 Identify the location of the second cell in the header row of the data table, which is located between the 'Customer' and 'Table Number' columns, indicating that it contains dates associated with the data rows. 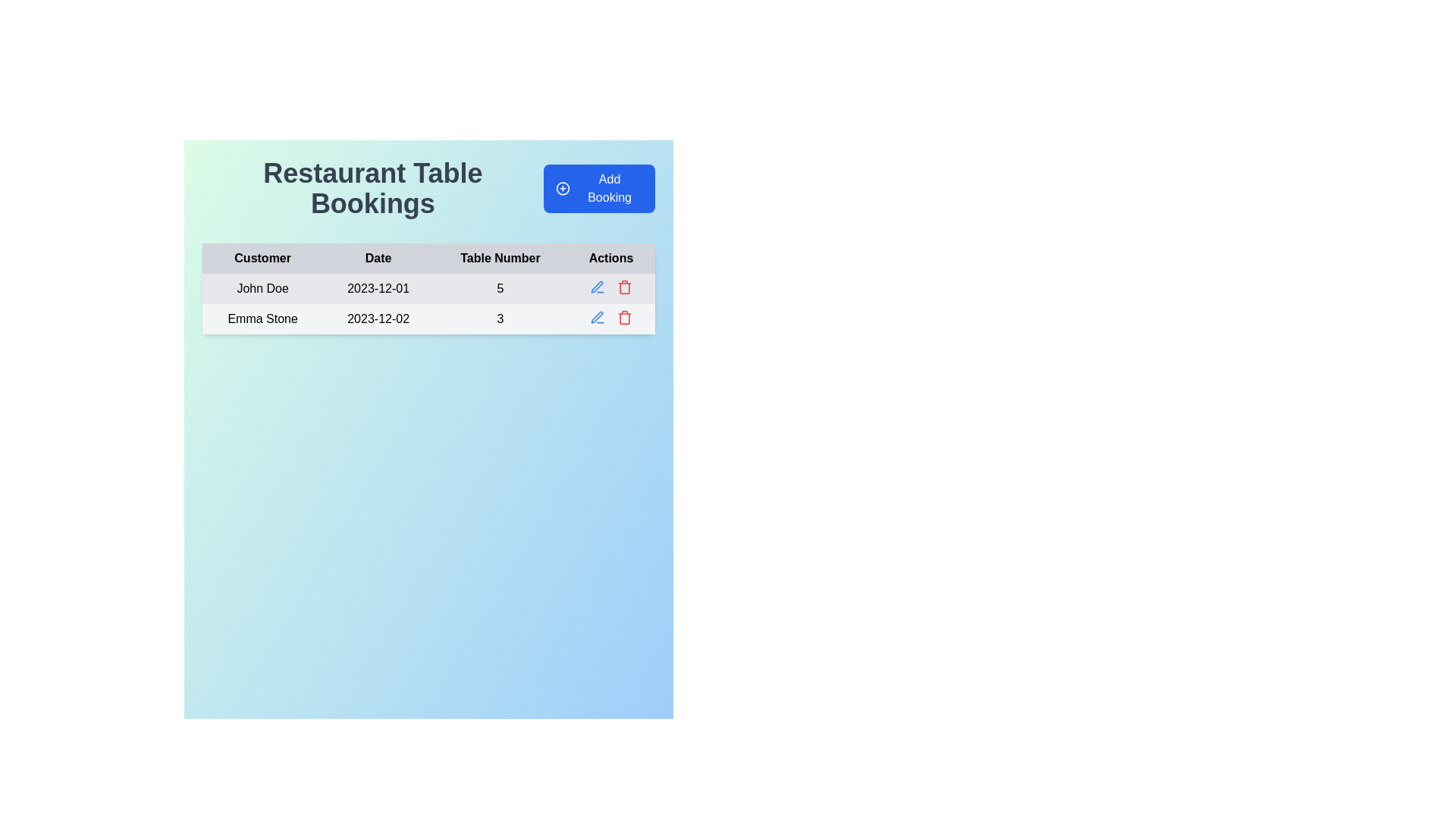
(378, 257).